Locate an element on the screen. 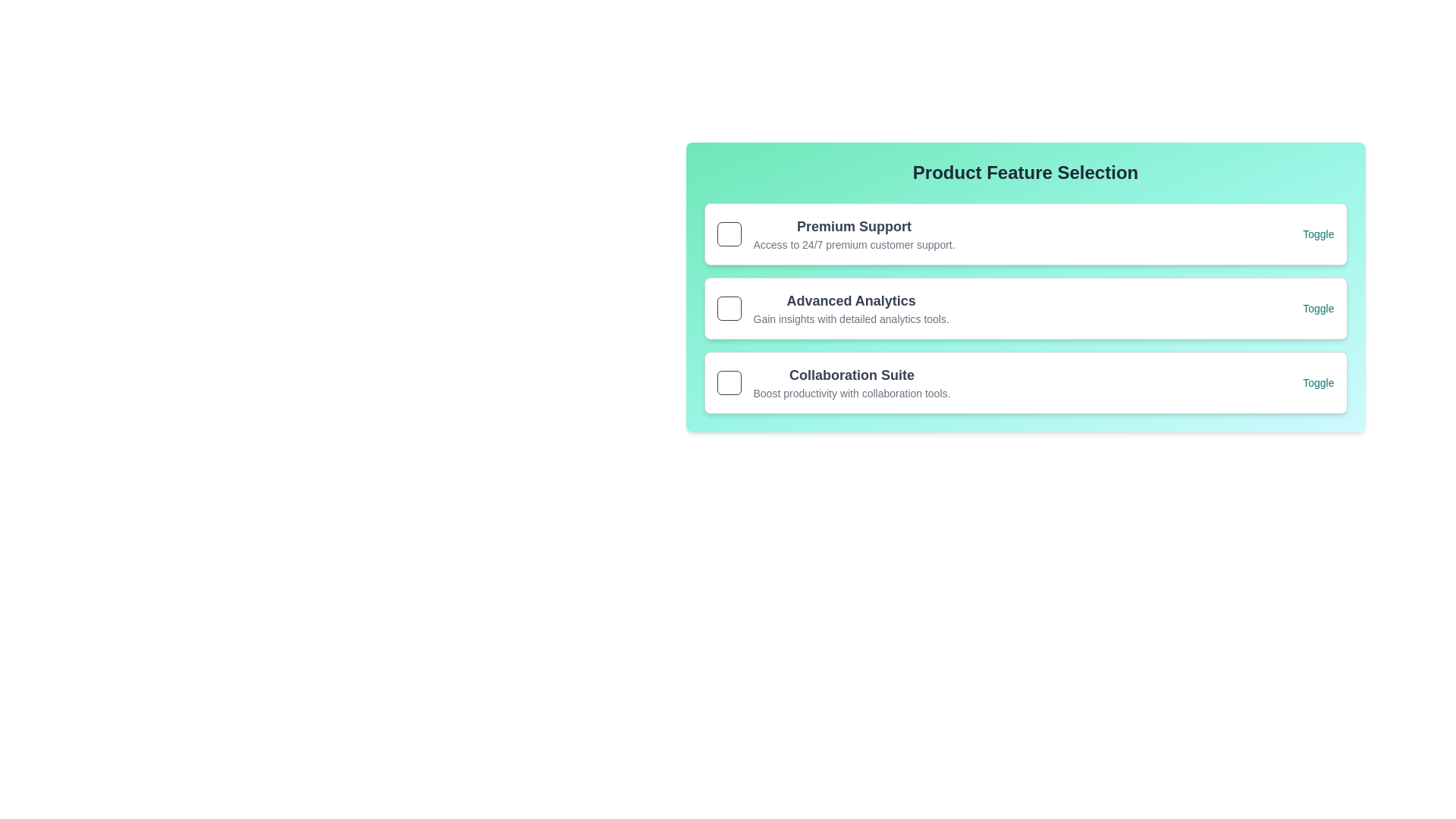 This screenshot has height=819, width=1456. the 'Advanced Analytics' text label, which is bold, dark gray, and positioned centrally in the second row of its card, below 'Premium Support' and above 'Collaboration Suite' is located at coordinates (851, 301).